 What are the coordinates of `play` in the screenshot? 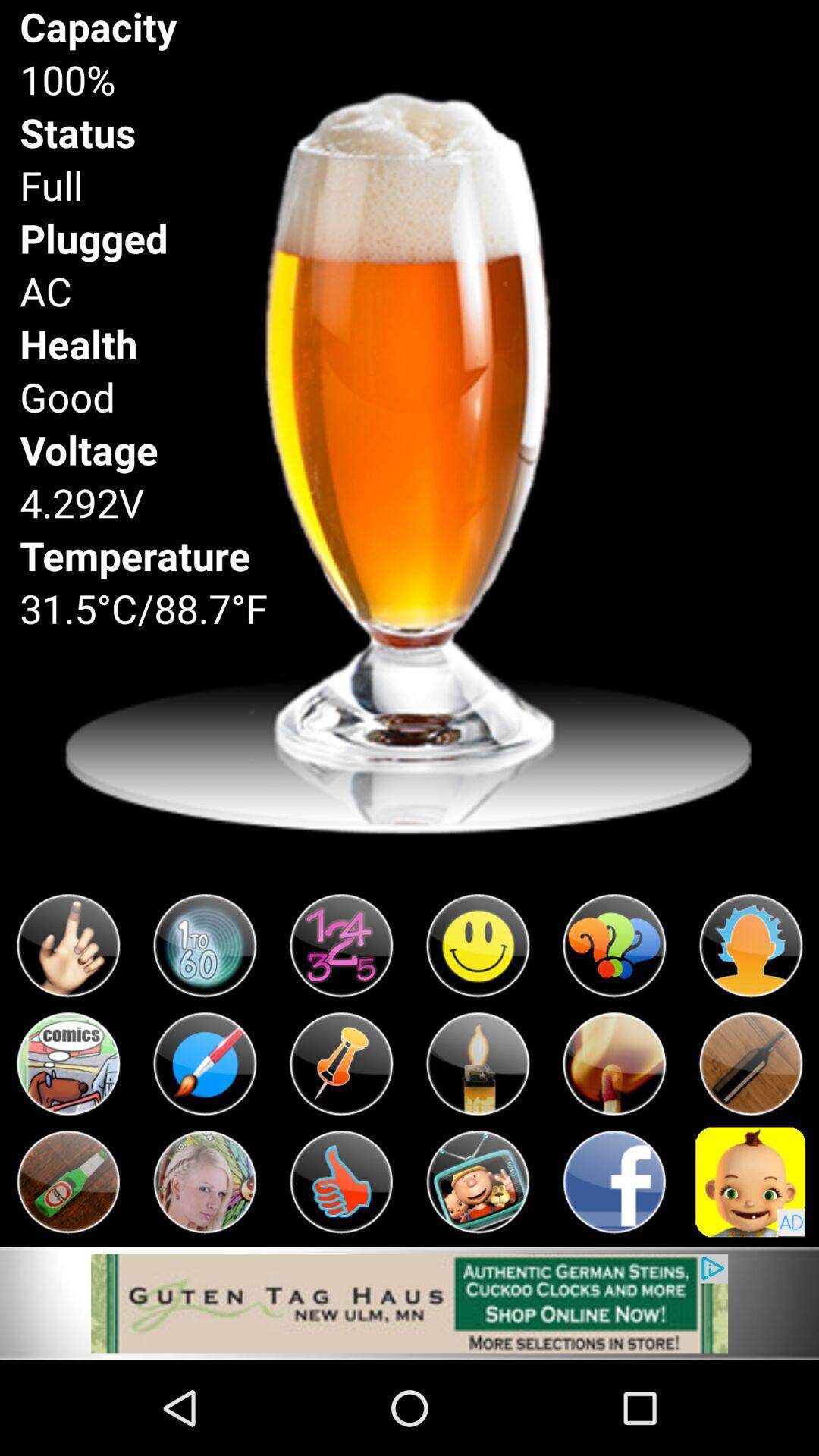 It's located at (205, 1181).